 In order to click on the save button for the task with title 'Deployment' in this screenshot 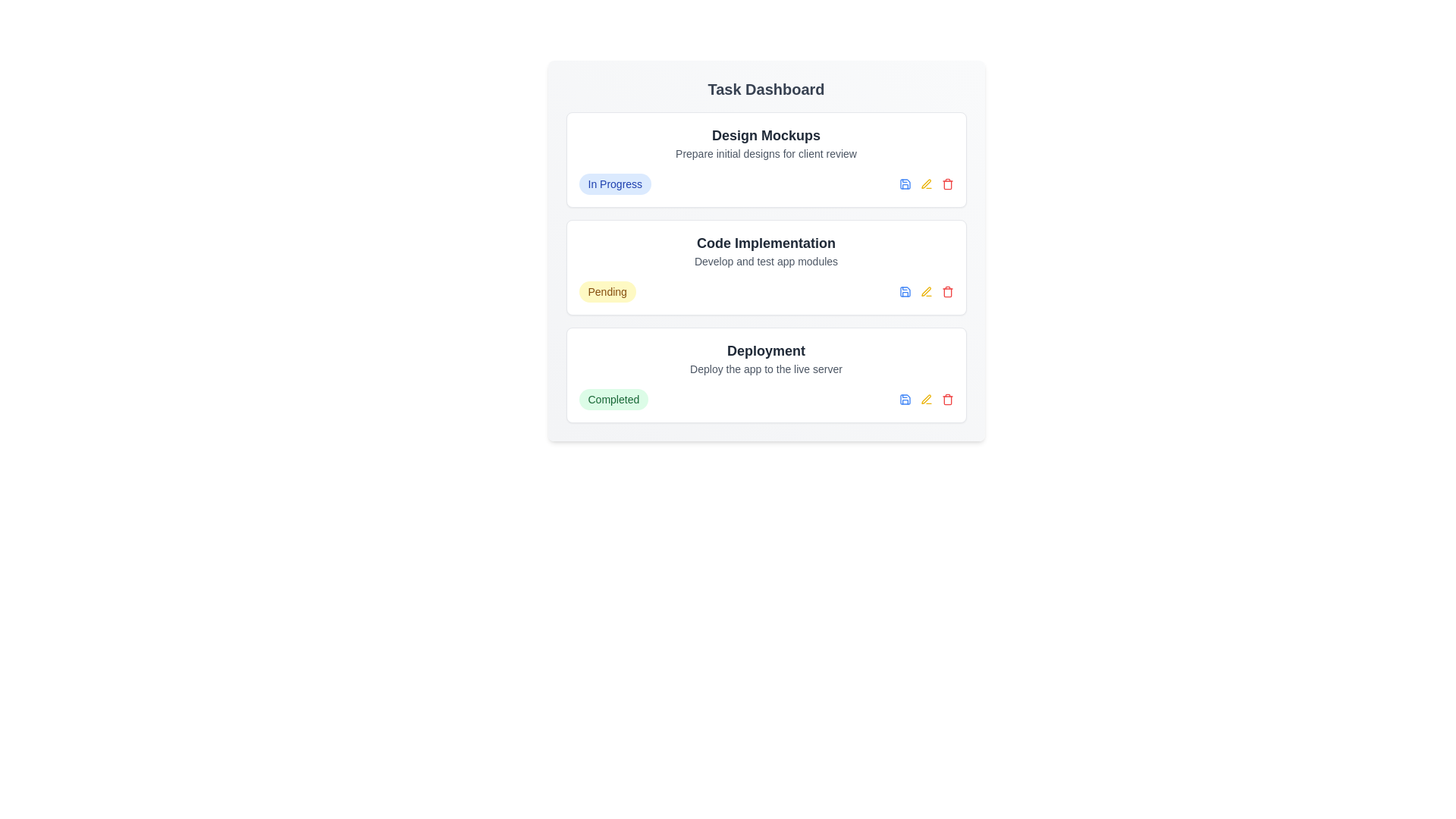, I will do `click(905, 399)`.